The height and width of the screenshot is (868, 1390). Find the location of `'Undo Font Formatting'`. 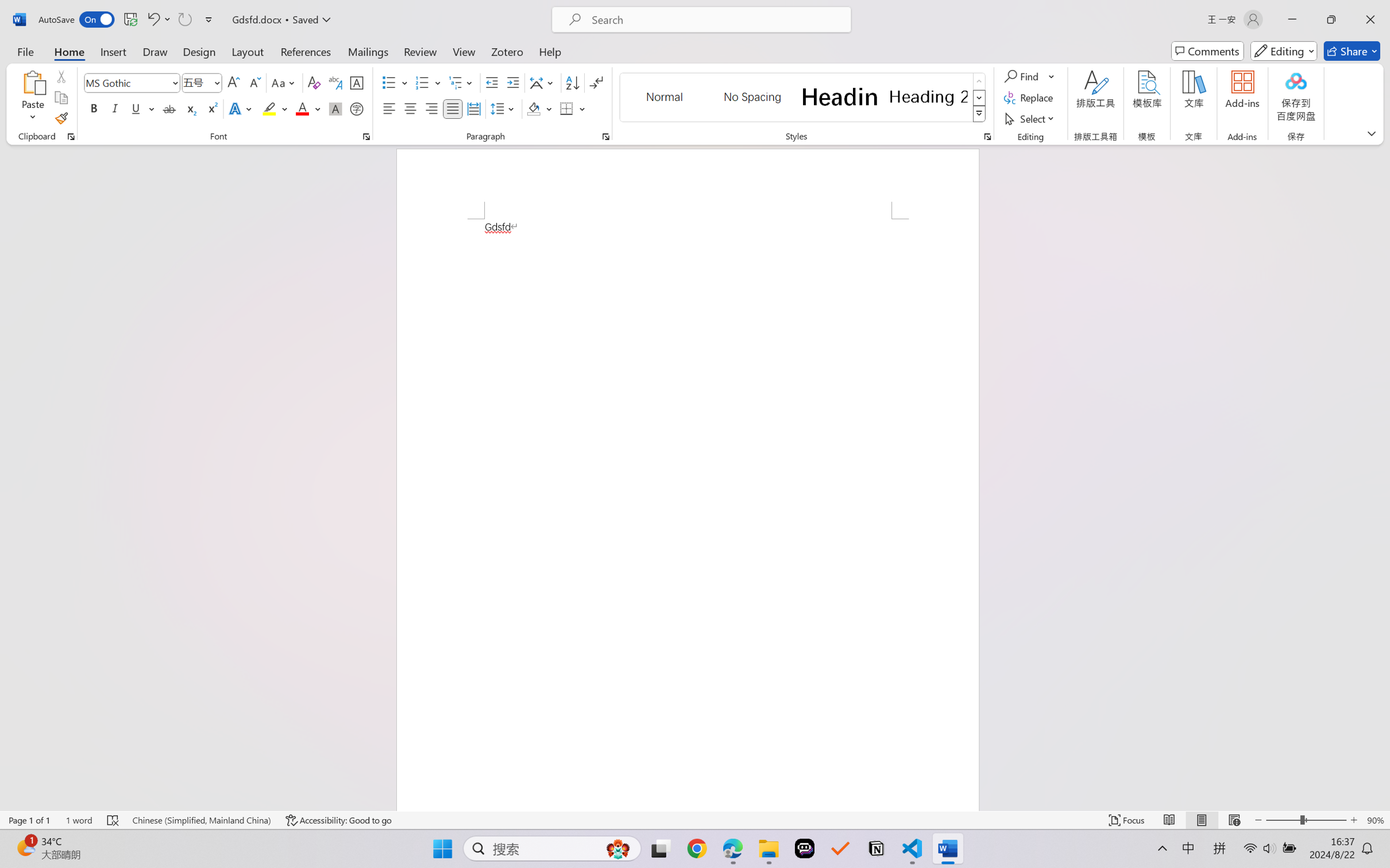

'Undo Font Formatting' is located at coordinates (152, 19).